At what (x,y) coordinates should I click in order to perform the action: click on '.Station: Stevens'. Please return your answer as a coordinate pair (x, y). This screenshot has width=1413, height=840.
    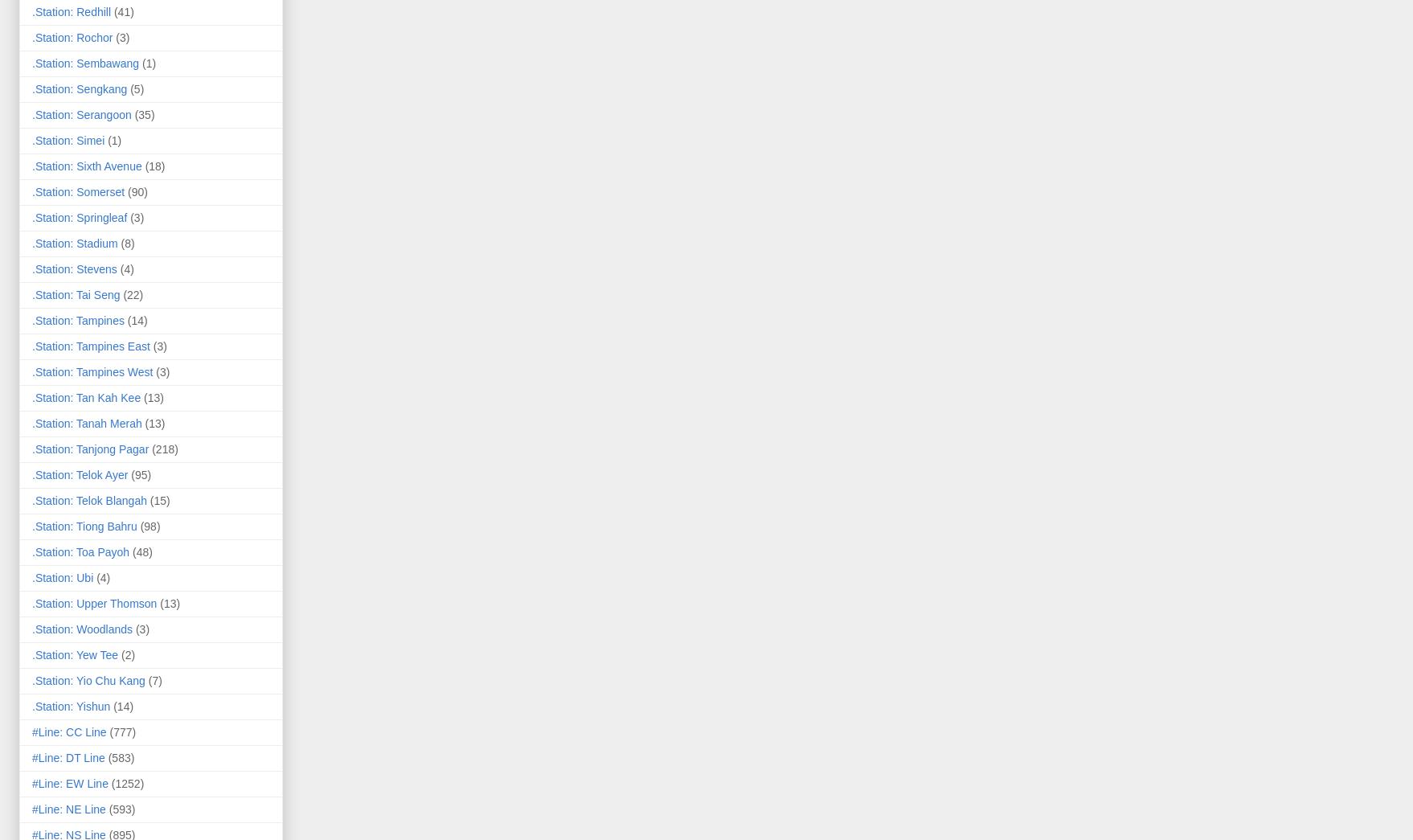
    Looking at the image, I should click on (74, 268).